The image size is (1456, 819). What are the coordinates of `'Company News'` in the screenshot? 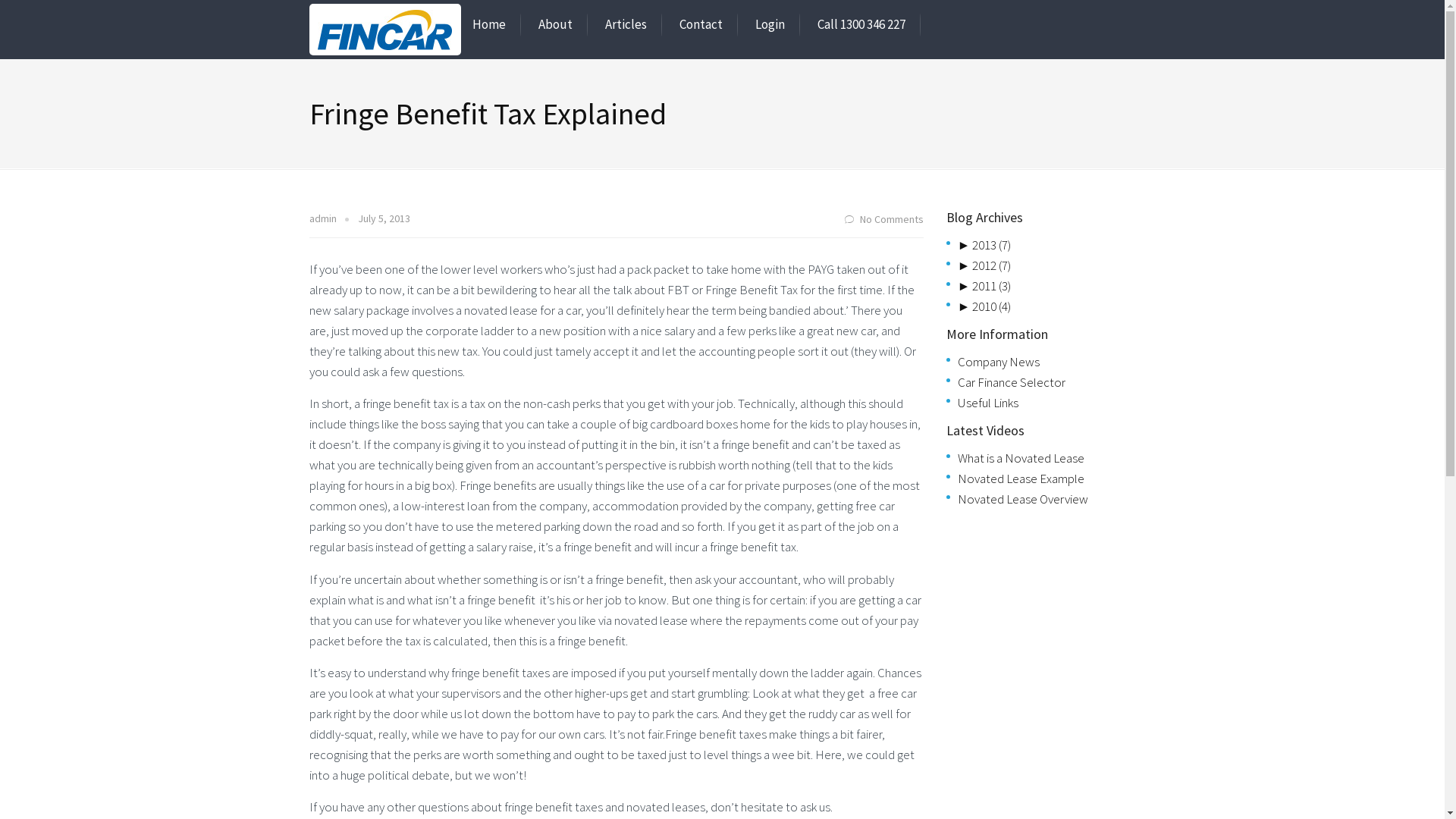 It's located at (997, 362).